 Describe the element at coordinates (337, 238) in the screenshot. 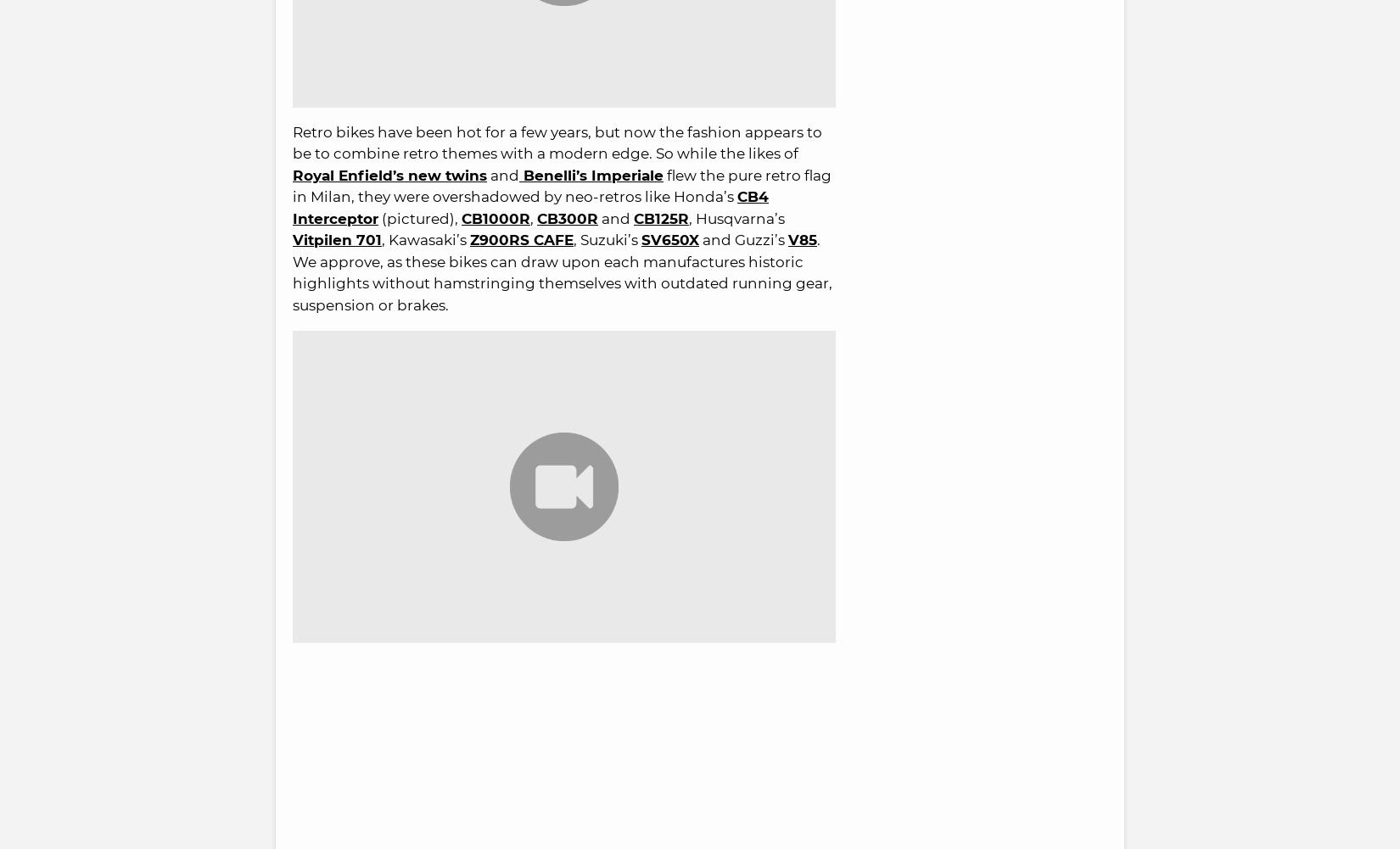

I see `'Vitpilen 701'` at that location.